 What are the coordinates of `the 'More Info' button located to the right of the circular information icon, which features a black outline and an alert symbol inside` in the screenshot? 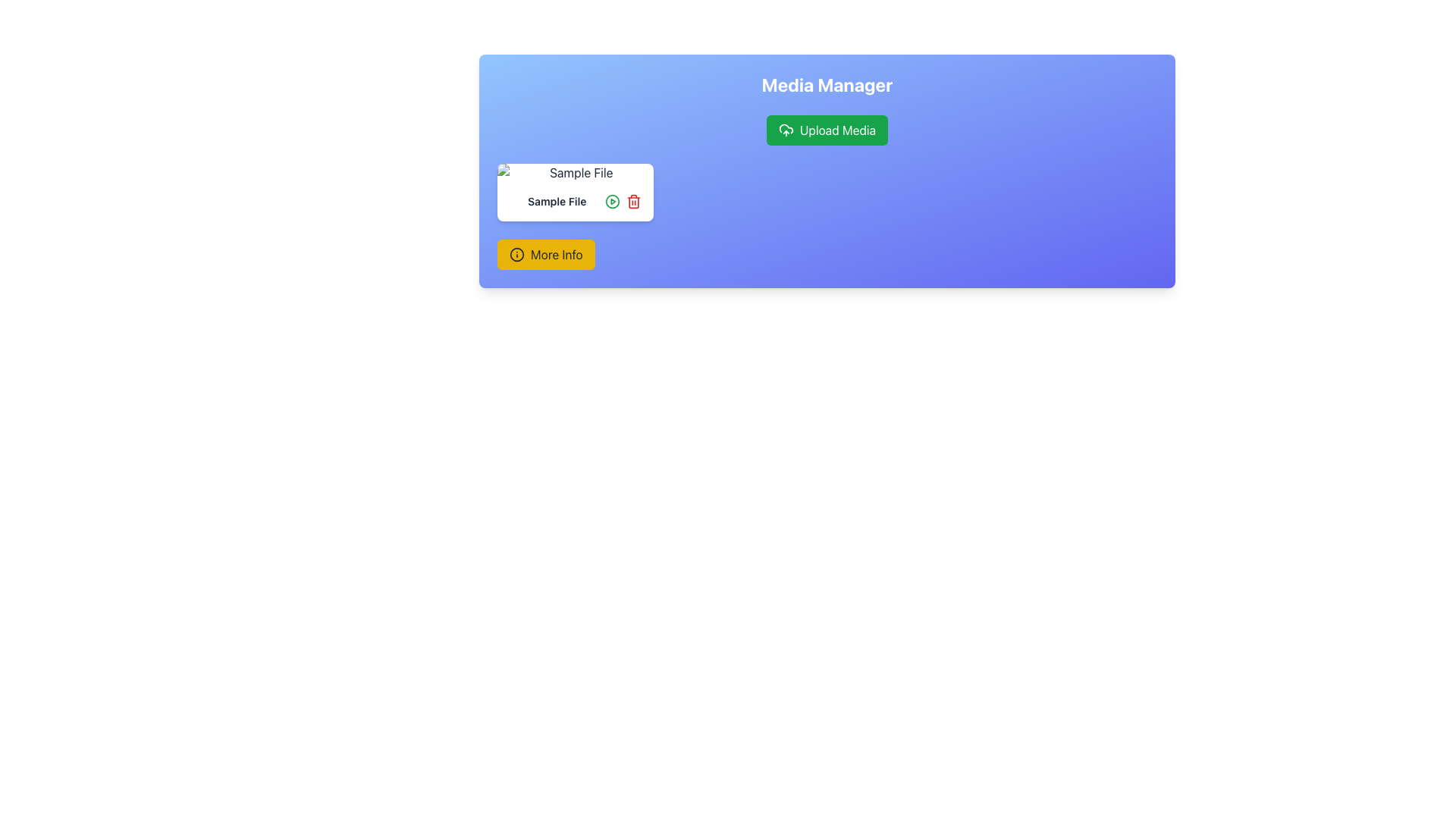 It's located at (516, 253).